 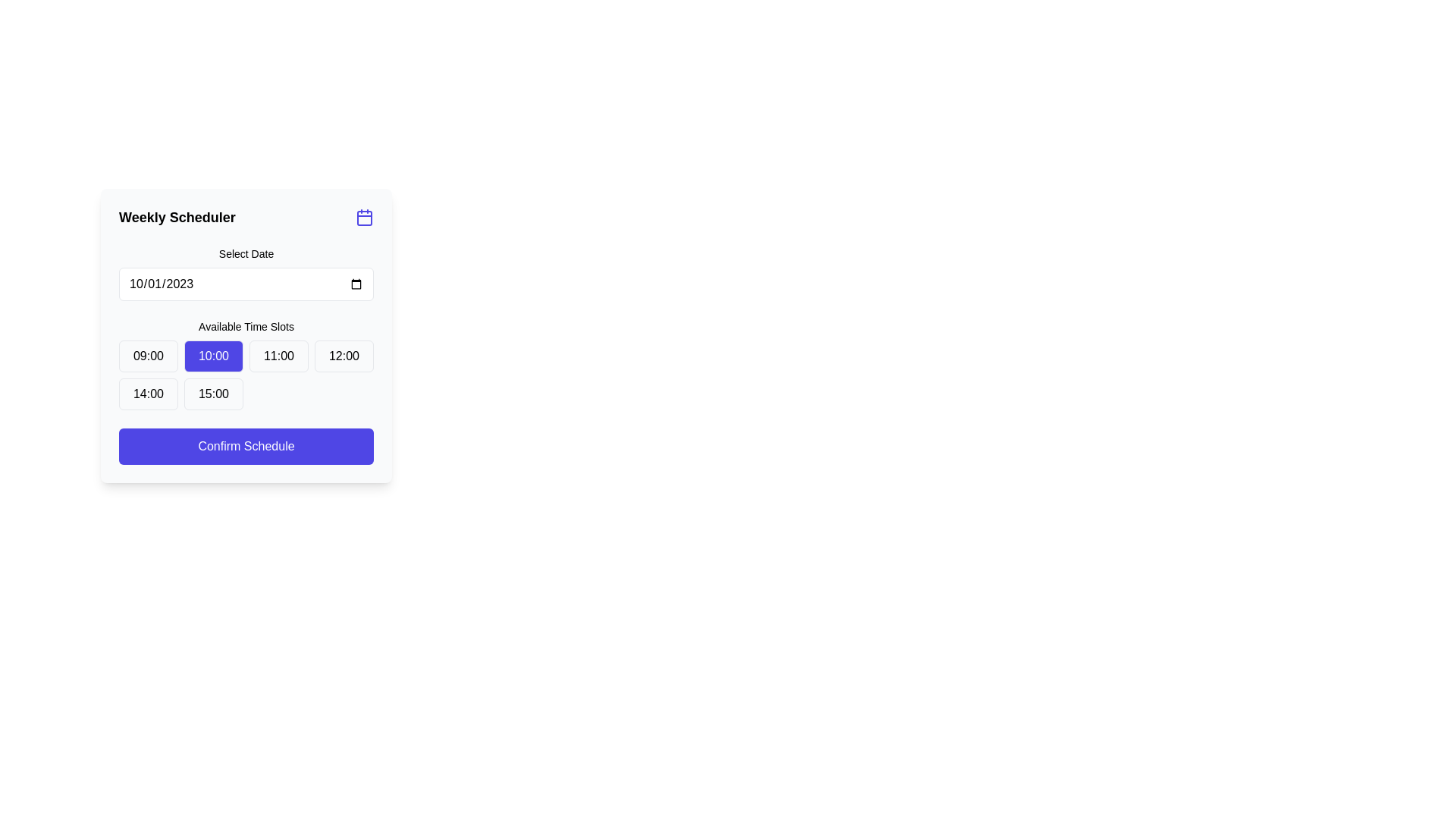 I want to click on the rectangular button labeled '10:00', so click(x=246, y=365).